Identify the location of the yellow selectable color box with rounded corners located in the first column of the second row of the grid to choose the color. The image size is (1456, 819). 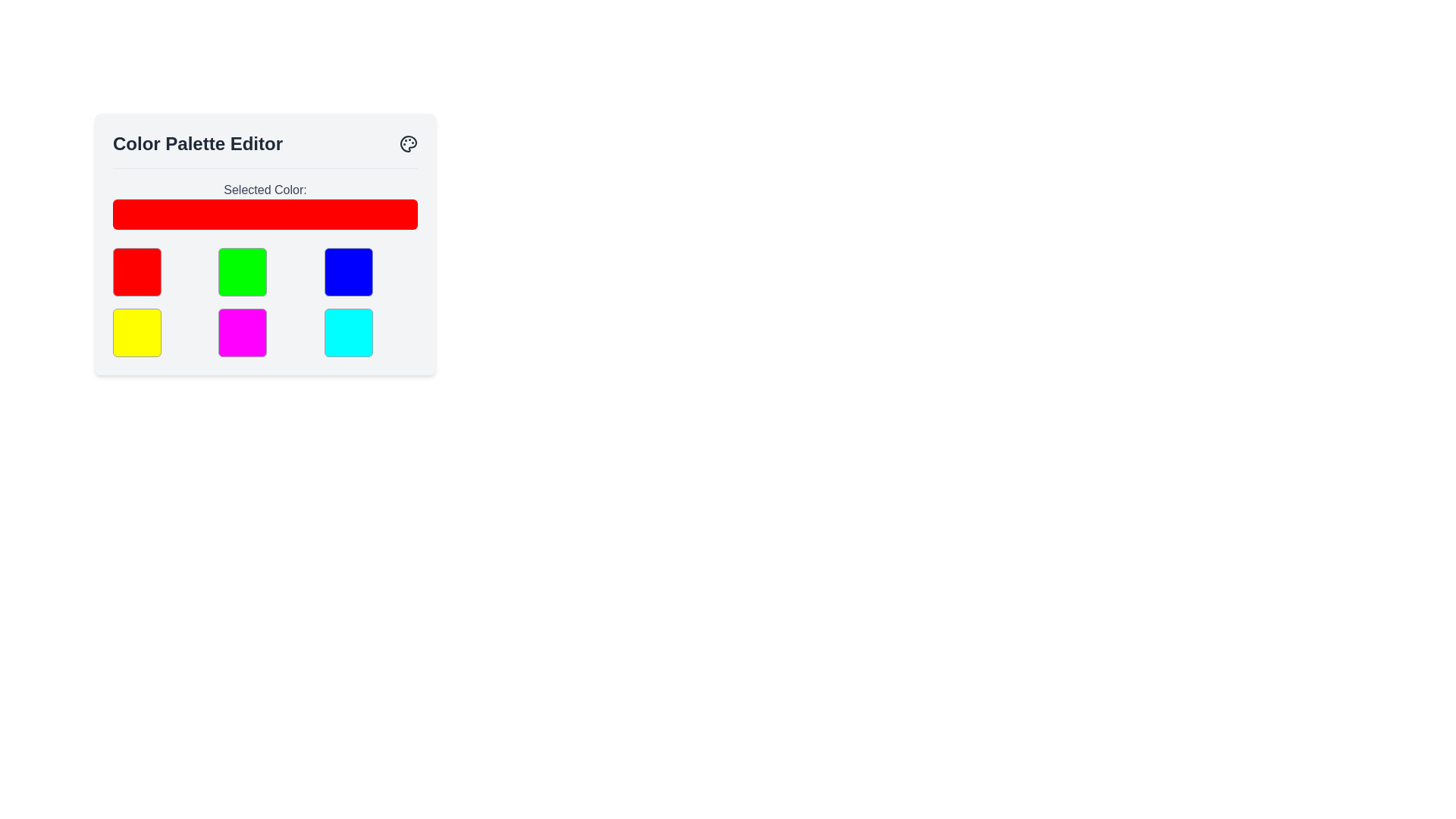
(137, 332).